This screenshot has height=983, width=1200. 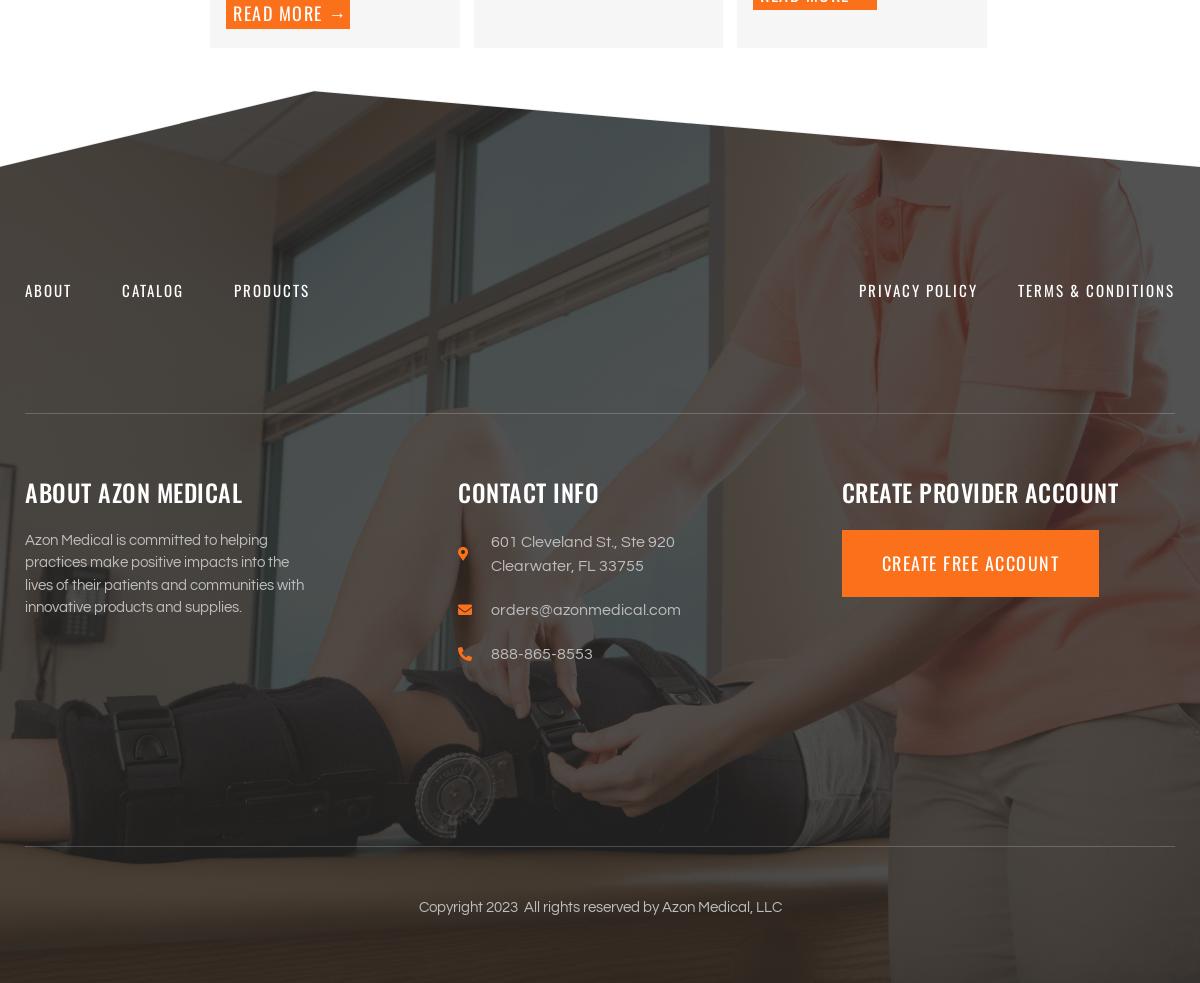 What do you see at coordinates (152, 289) in the screenshot?
I see `'Catalog'` at bounding box center [152, 289].